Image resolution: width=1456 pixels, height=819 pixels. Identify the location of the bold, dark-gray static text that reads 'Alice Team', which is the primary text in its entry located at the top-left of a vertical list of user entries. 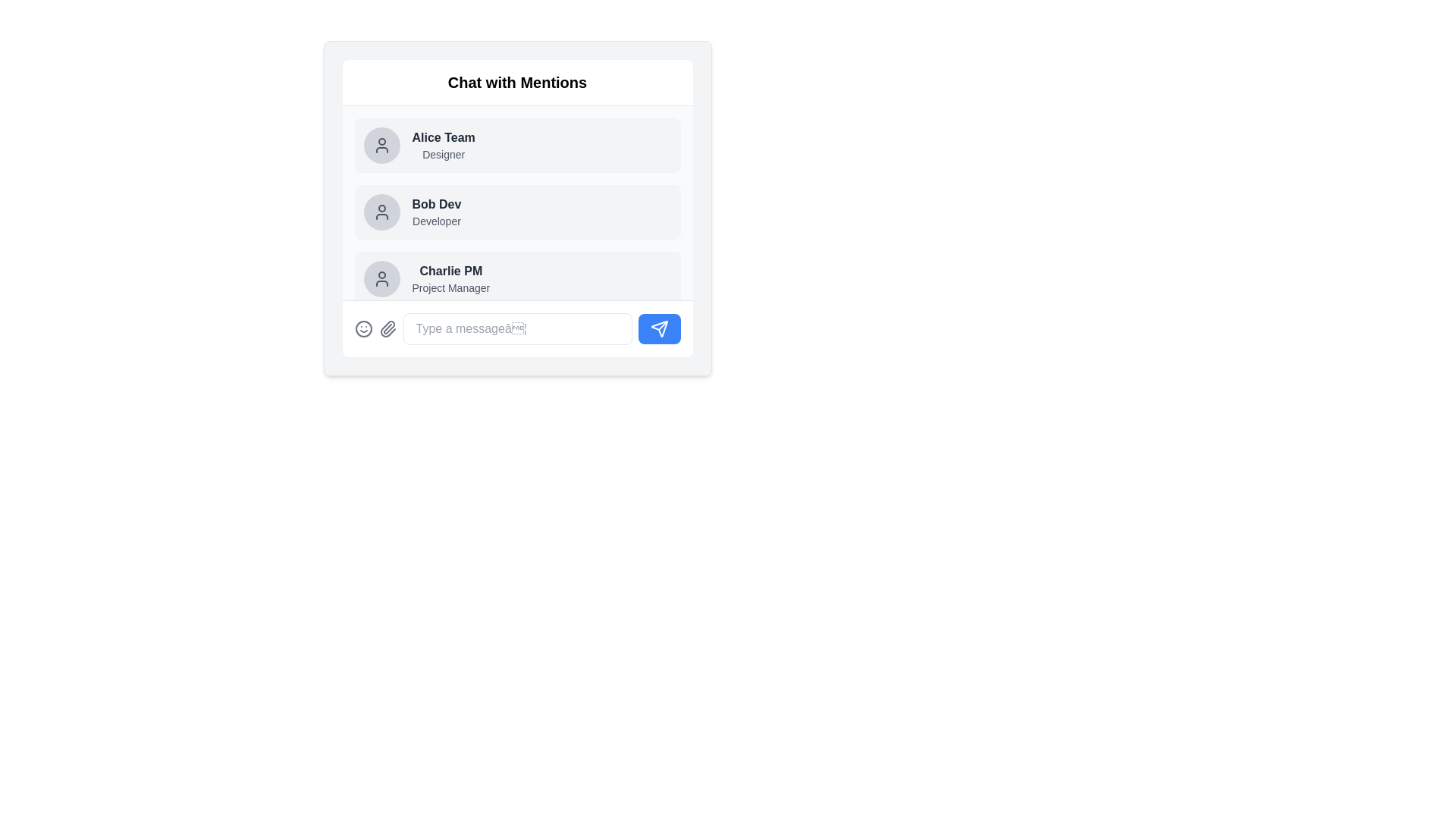
(443, 137).